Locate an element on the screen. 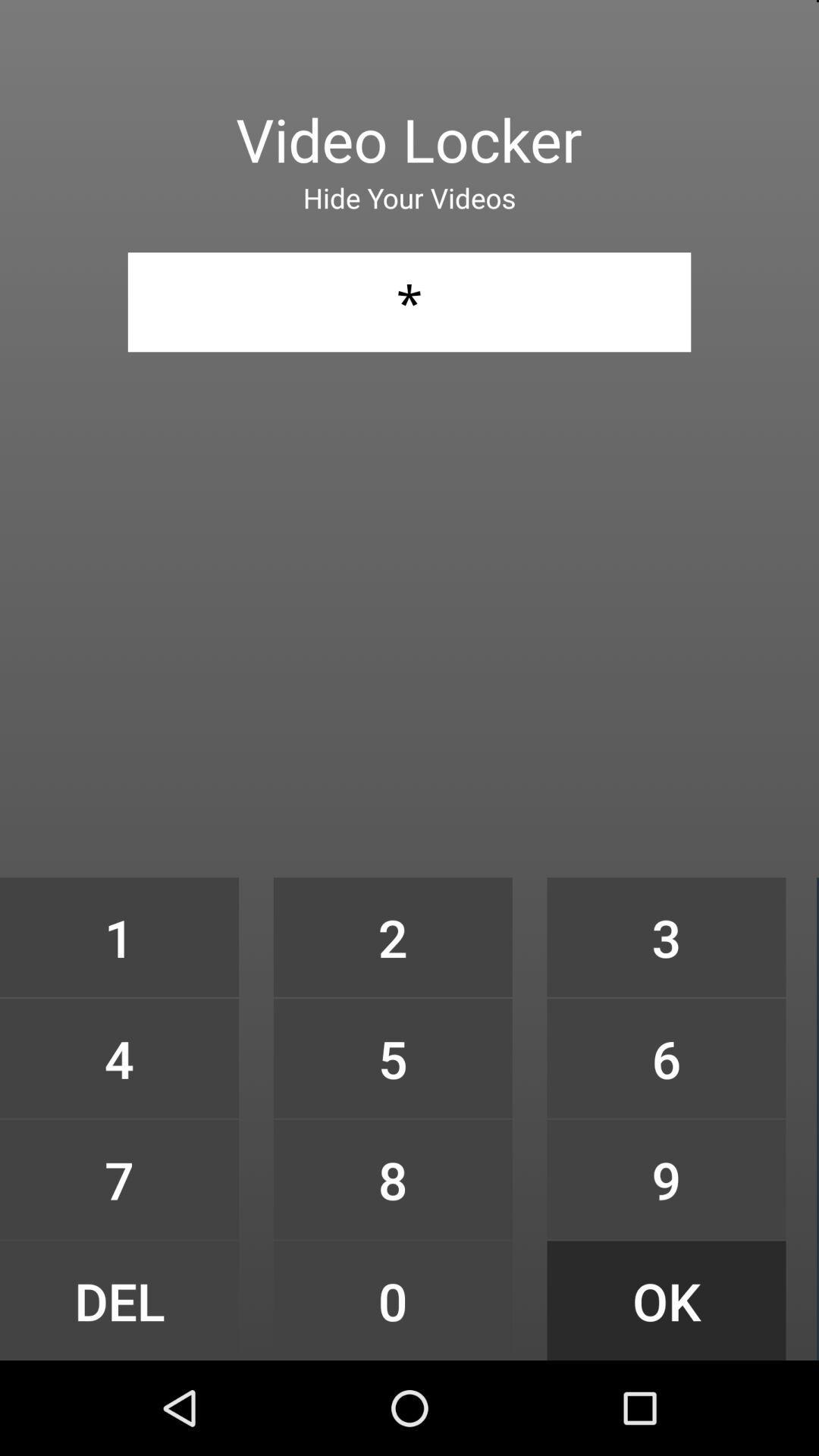 The width and height of the screenshot is (819, 1456). the icon above the 7 icon is located at coordinates (118, 1057).